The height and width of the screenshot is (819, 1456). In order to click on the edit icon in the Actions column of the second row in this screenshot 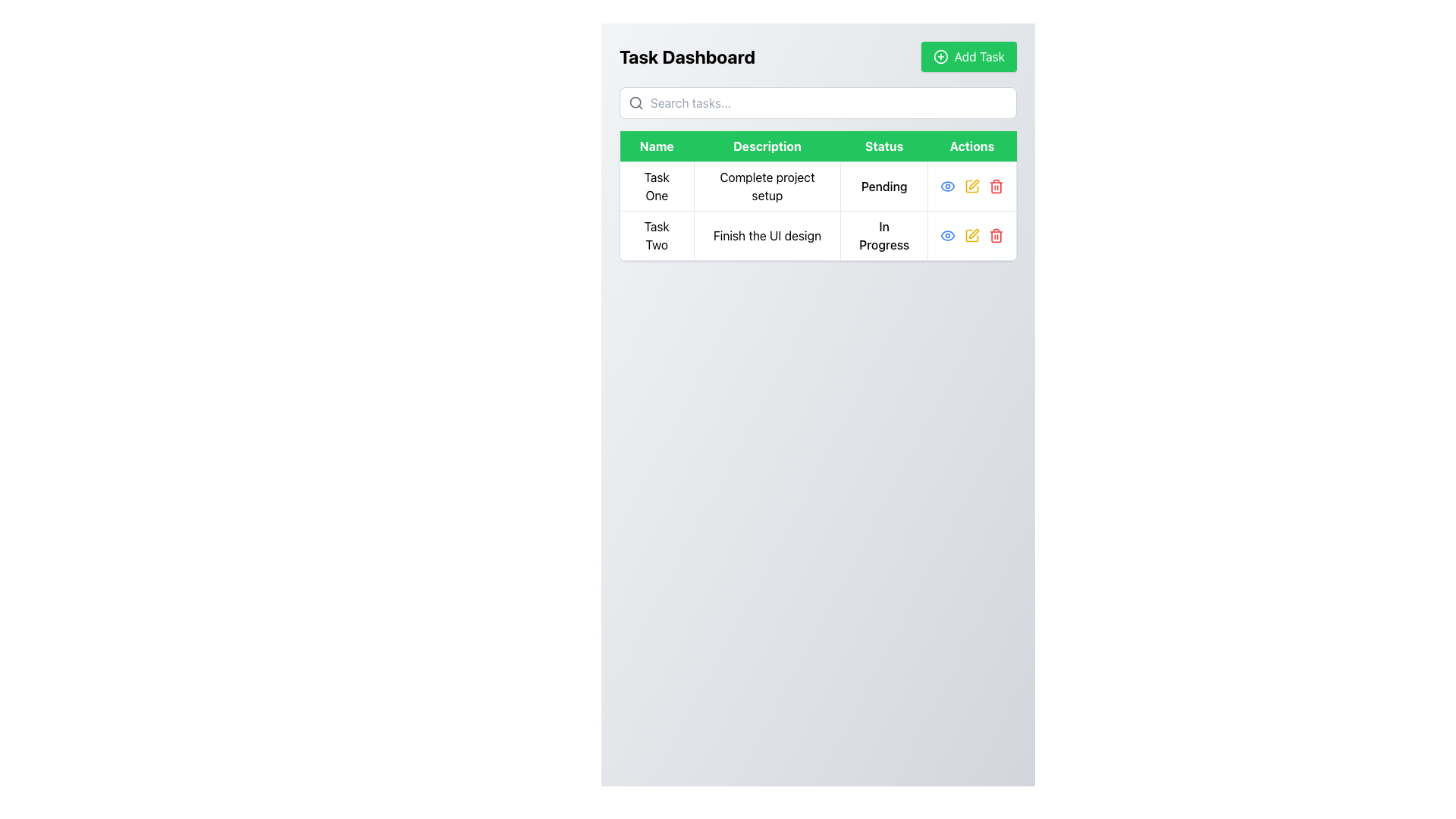, I will do `click(971, 236)`.